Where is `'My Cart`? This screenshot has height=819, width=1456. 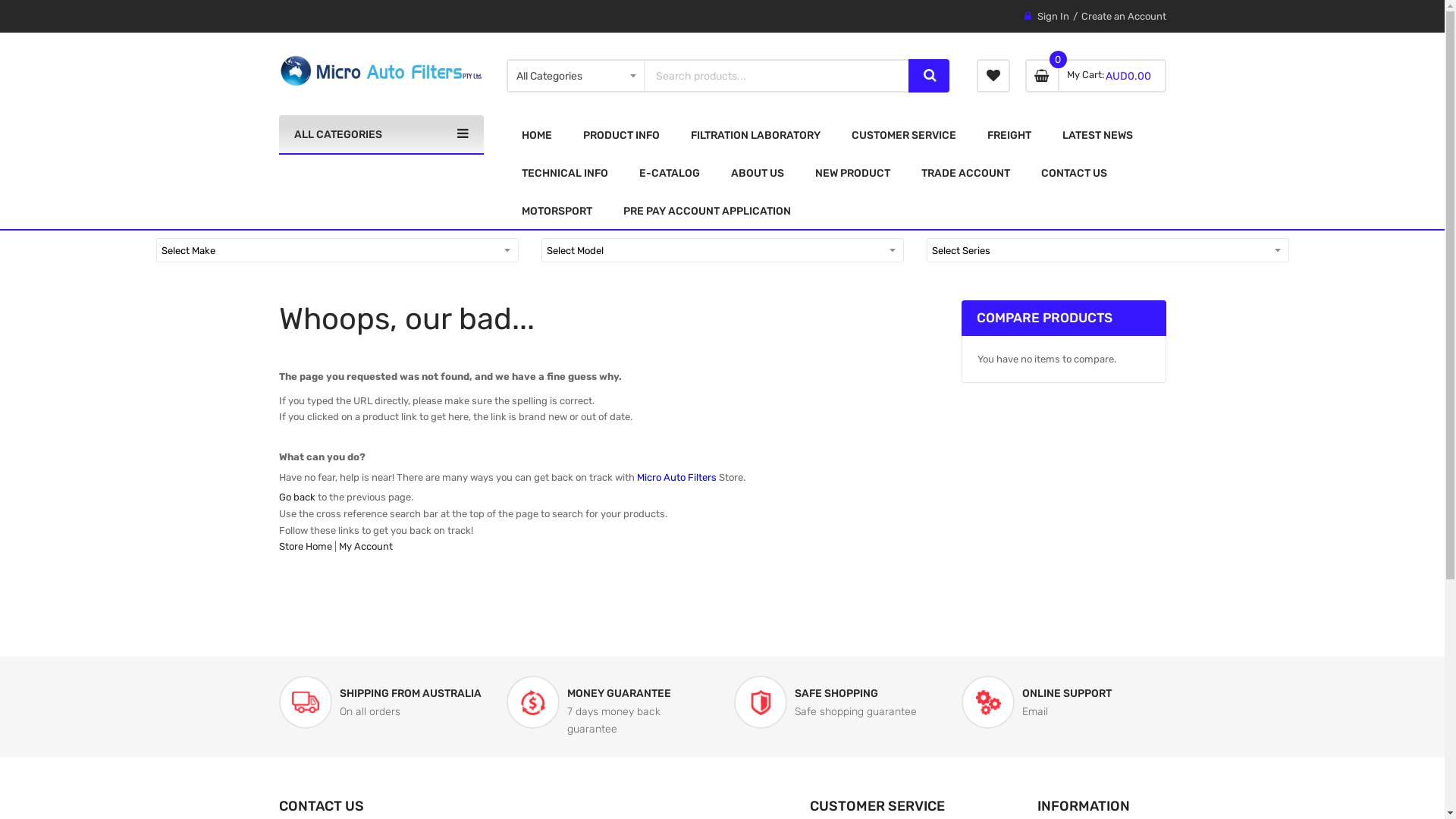
'My Cart is located at coordinates (1025, 76).